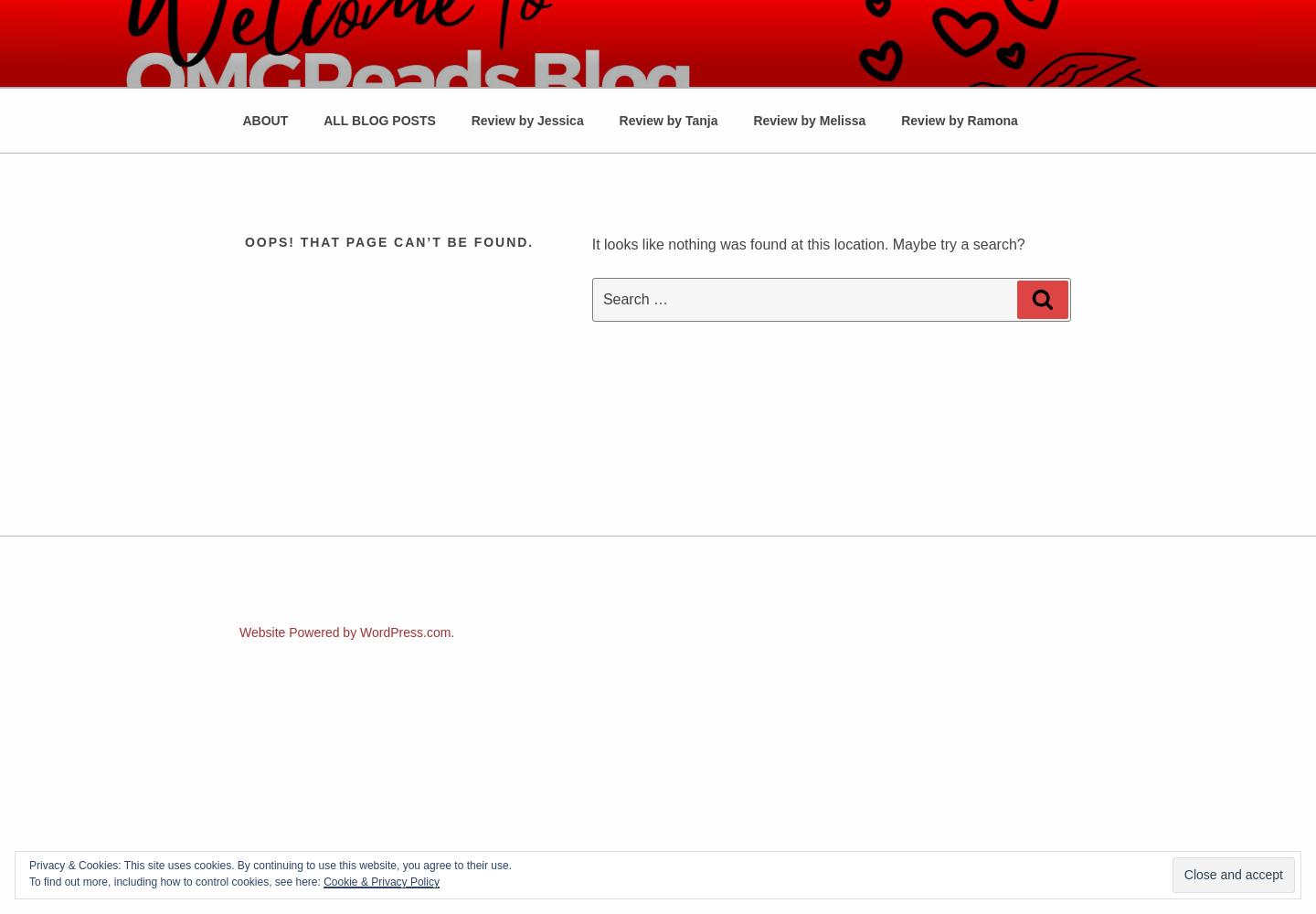  What do you see at coordinates (451, 632) in the screenshot?
I see `'.'` at bounding box center [451, 632].